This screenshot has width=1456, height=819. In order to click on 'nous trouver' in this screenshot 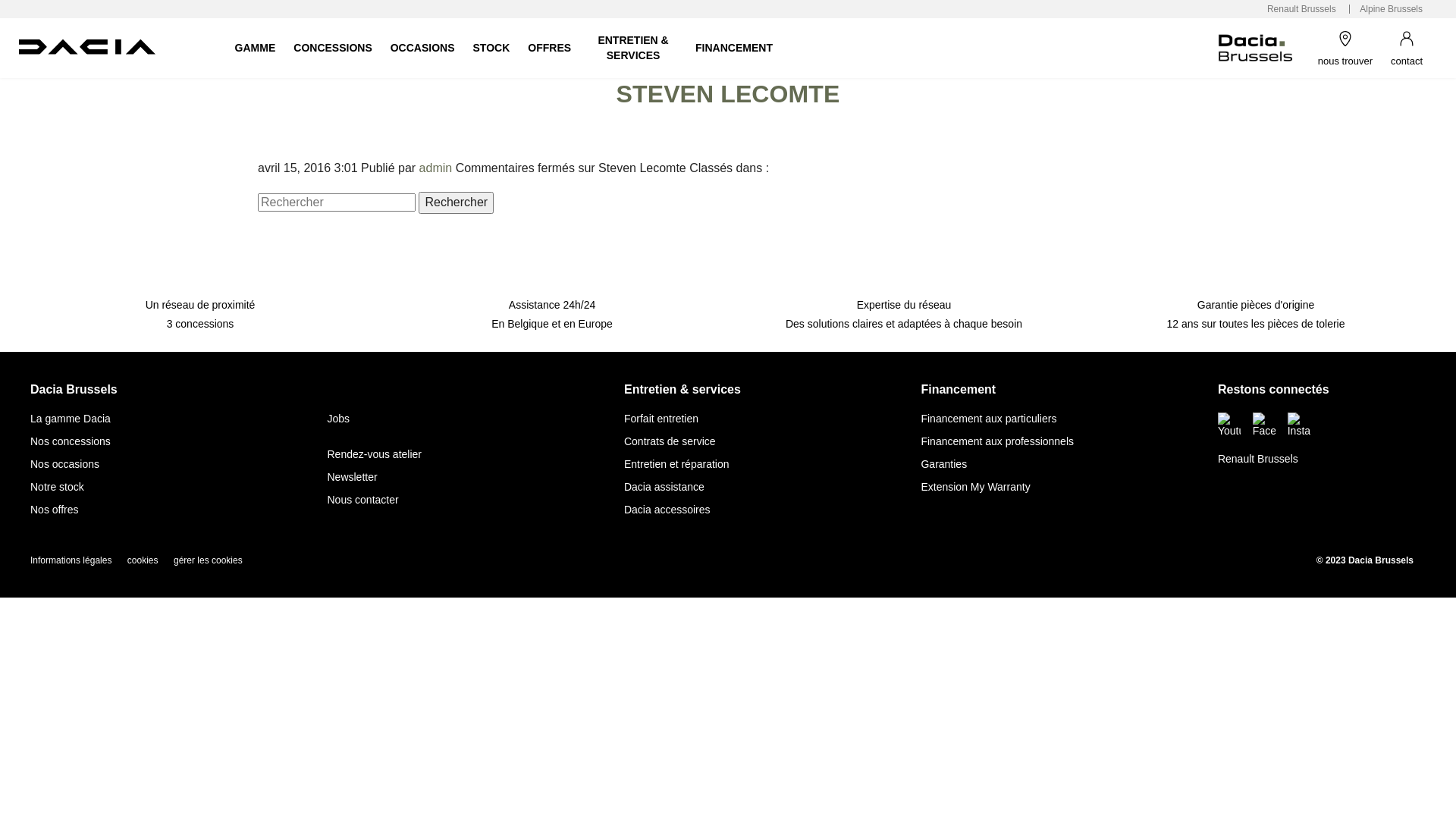, I will do `click(1345, 46)`.